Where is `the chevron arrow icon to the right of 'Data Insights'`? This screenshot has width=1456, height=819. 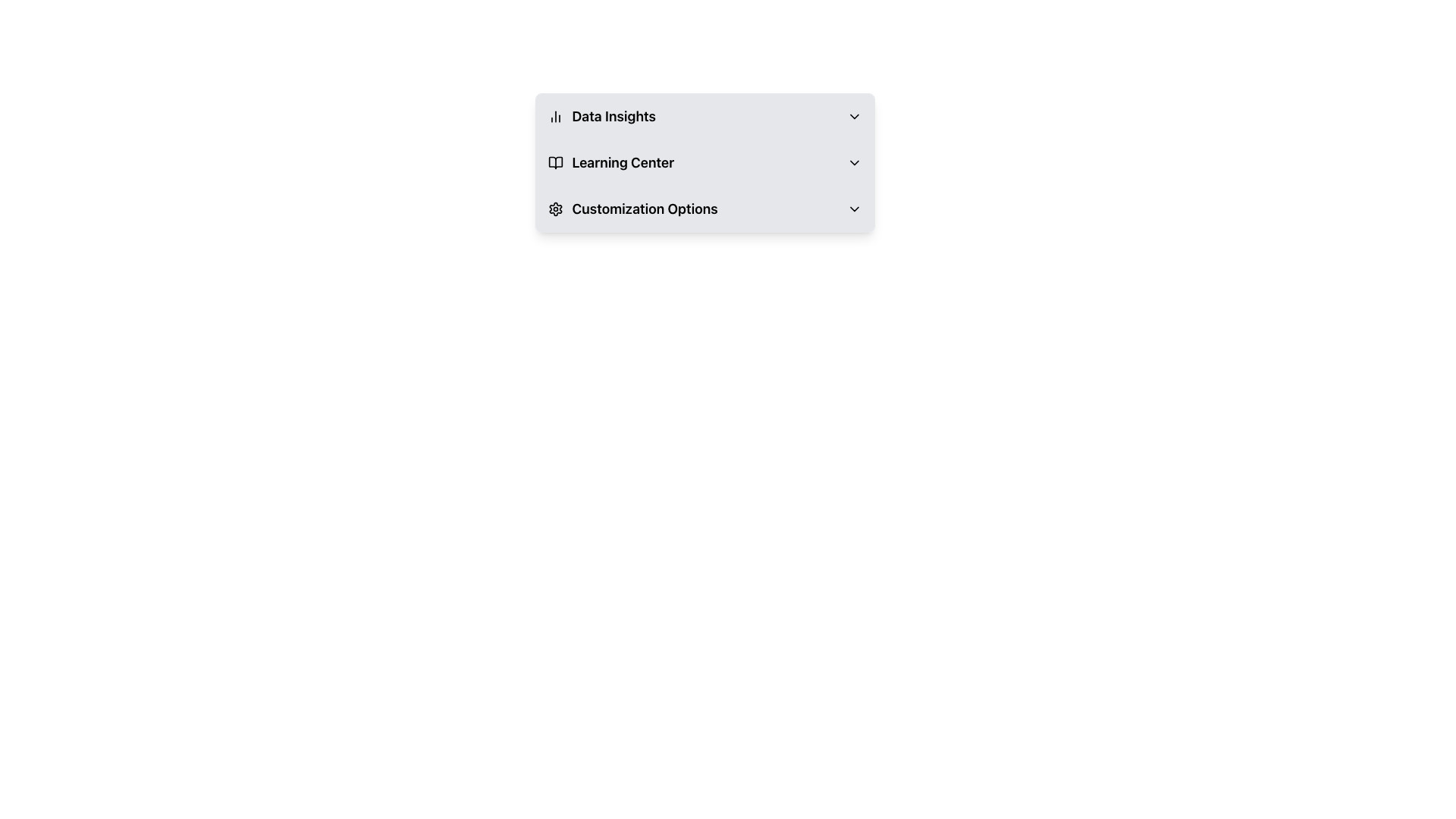 the chevron arrow icon to the right of 'Data Insights' is located at coordinates (854, 116).